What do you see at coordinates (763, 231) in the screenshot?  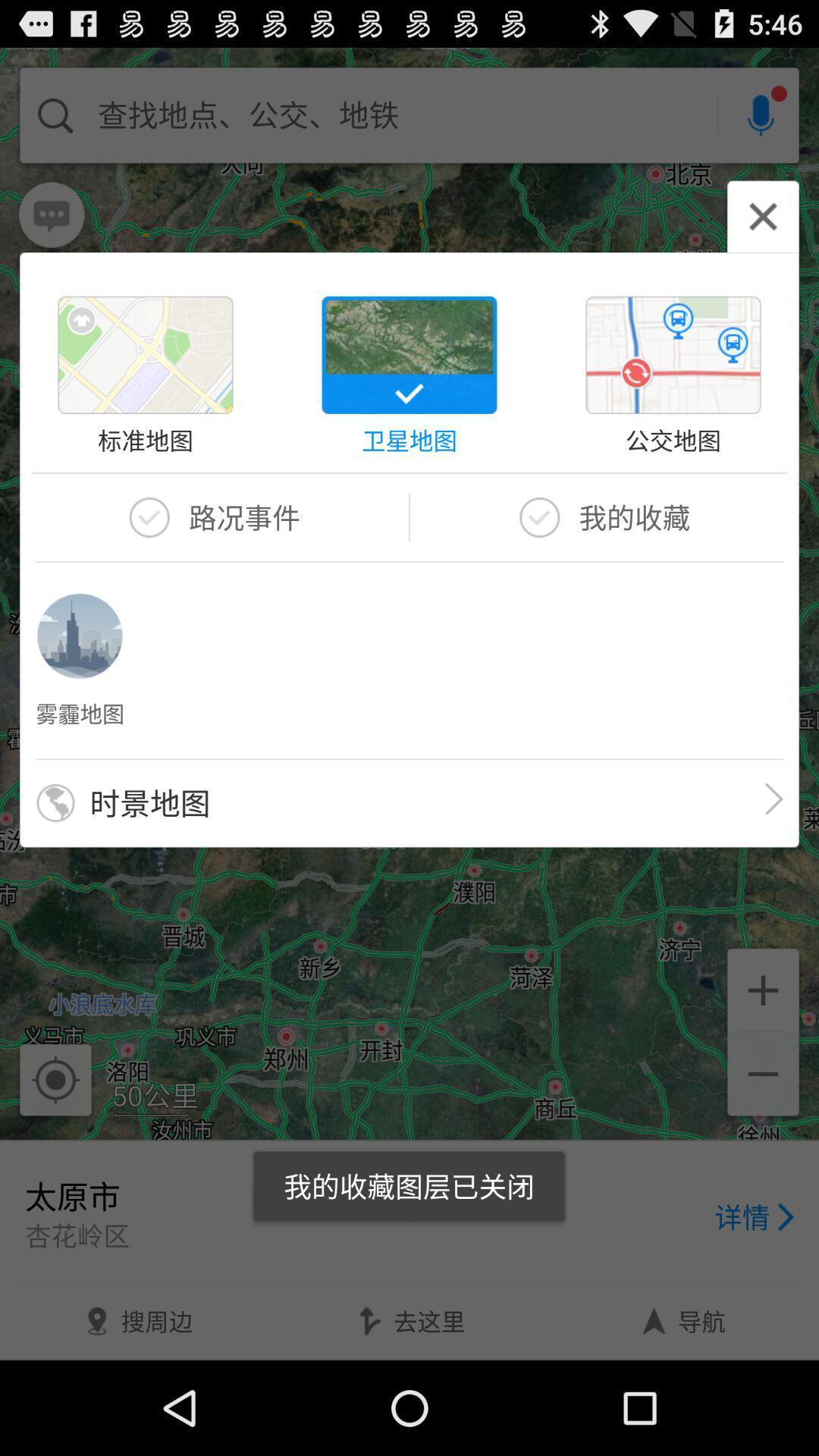 I see `the close icon` at bounding box center [763, 231].